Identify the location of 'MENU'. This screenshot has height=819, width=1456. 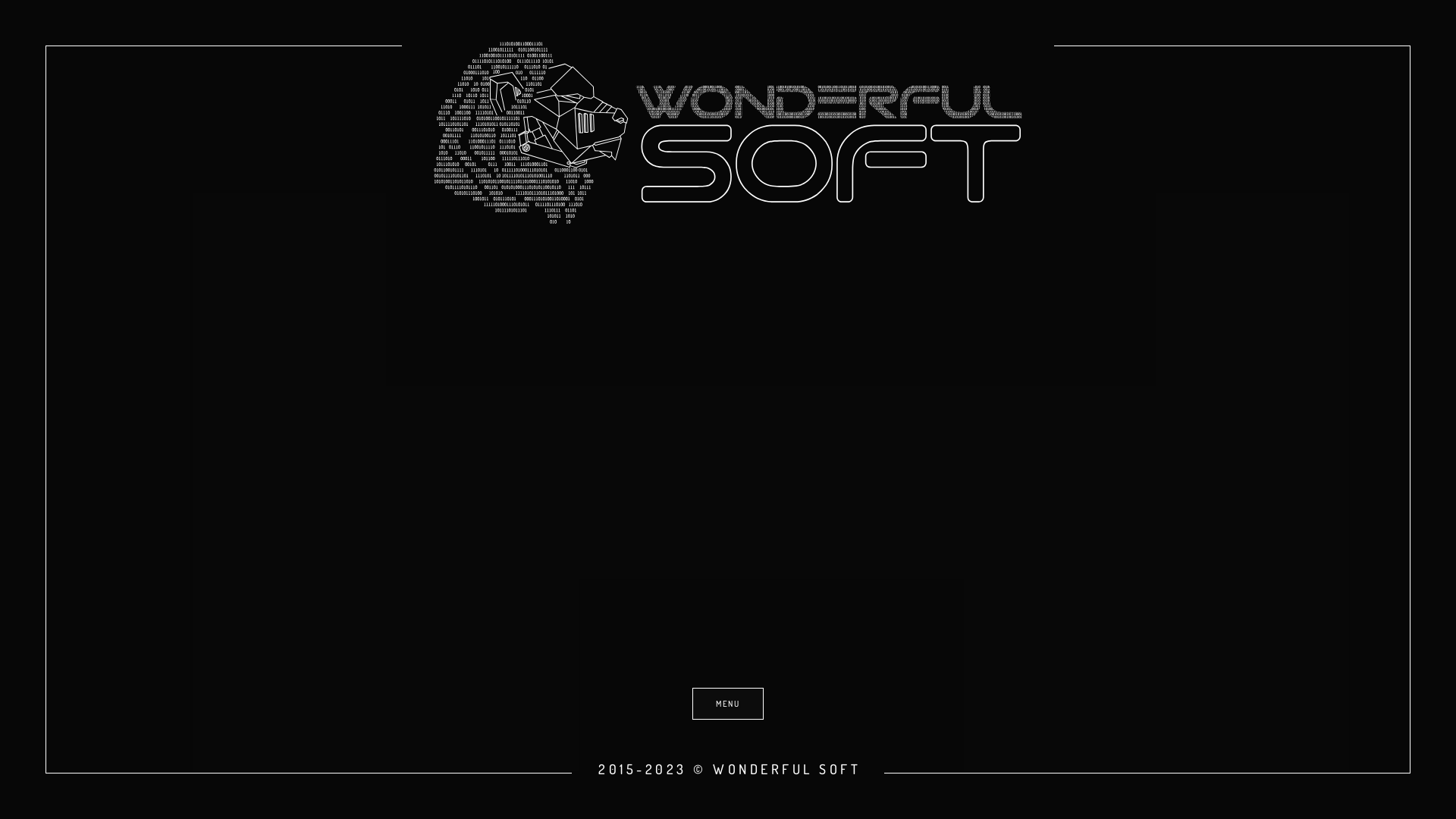
(728, 704).